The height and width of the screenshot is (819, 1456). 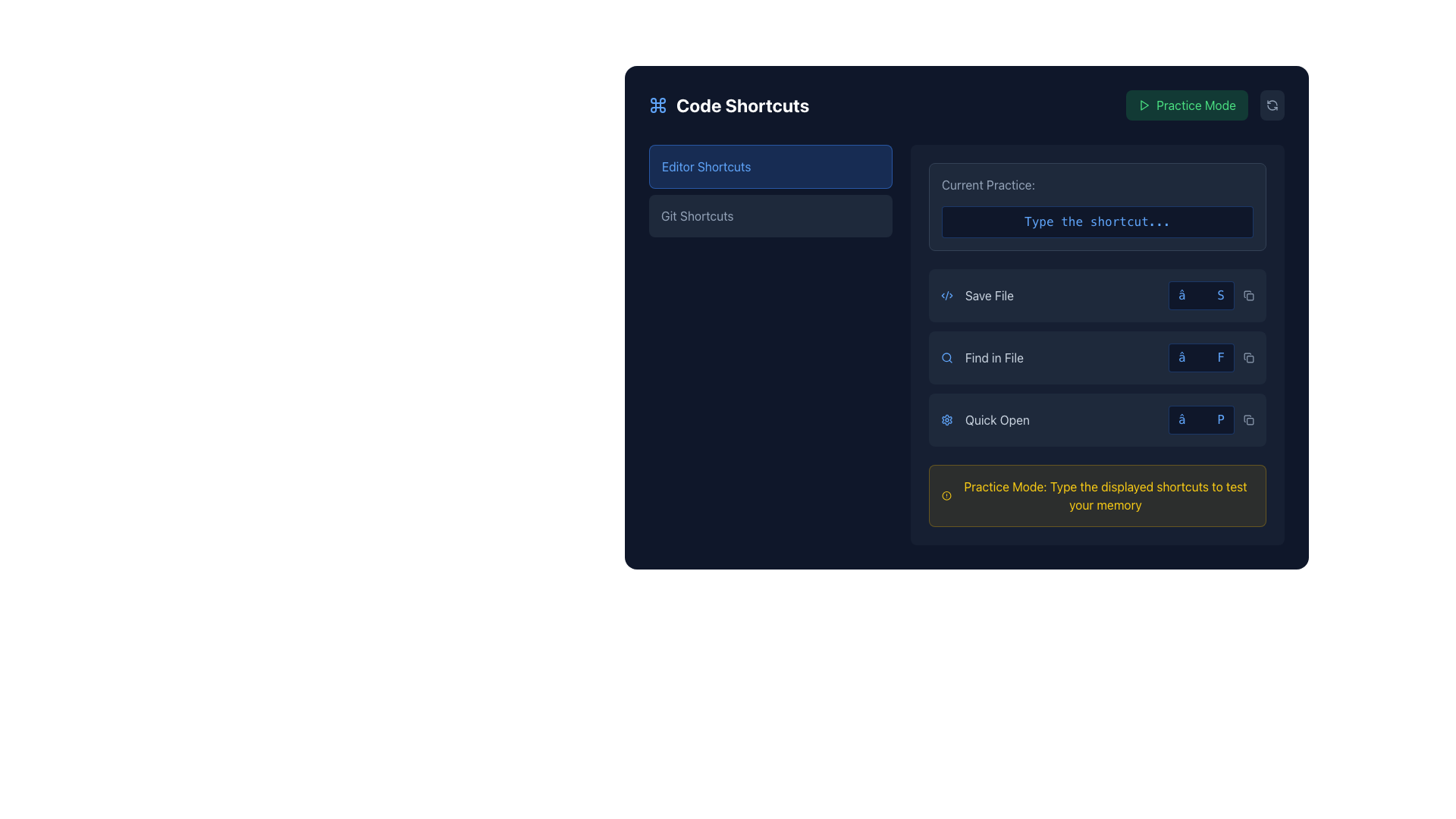 I want to click on the blue SVG icon that resembles a coding or XML tag symbol, which is located immediately preceding the 'Save File' text label, so click(x=946, y=295).